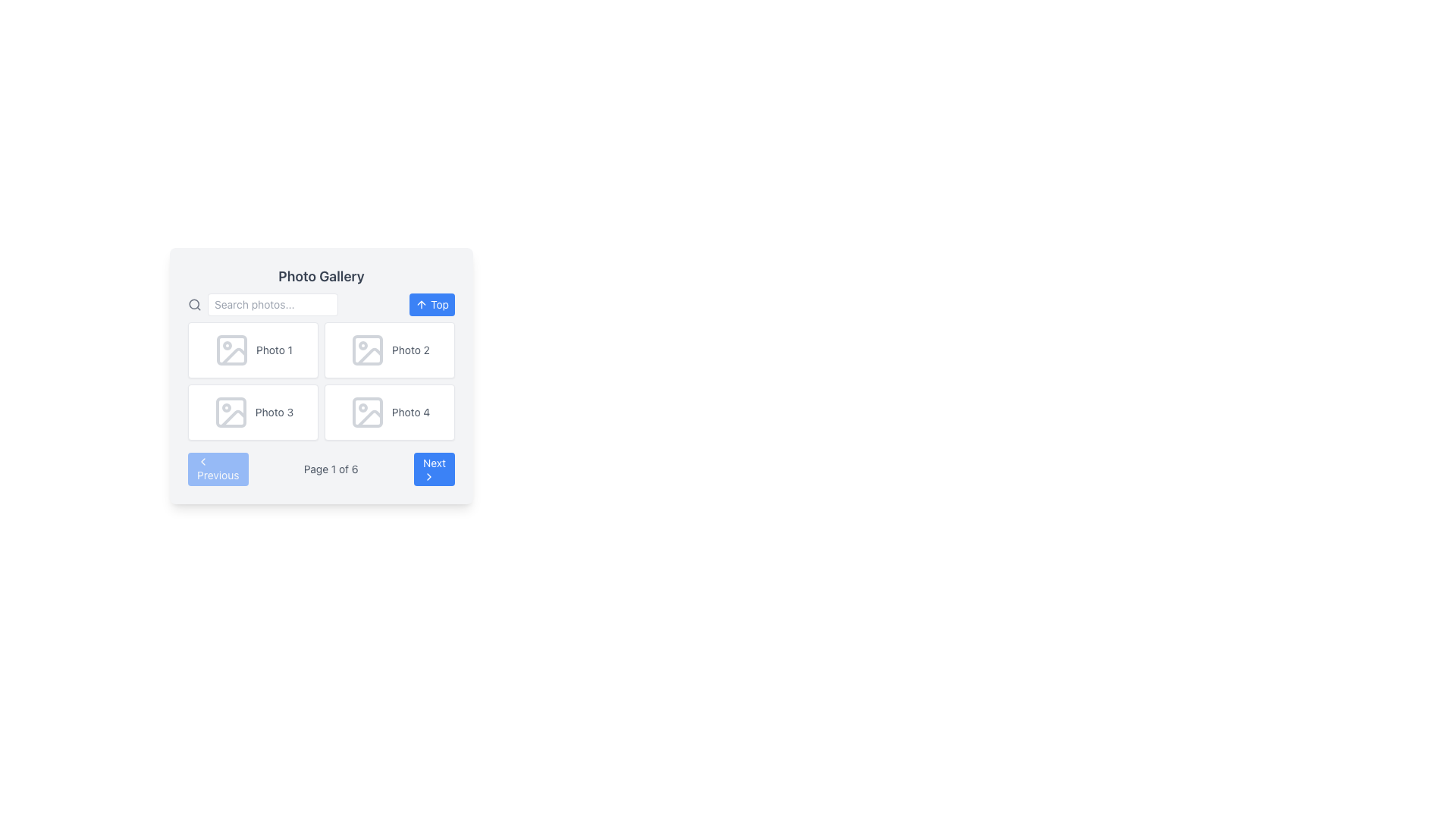 This screenshot has height=819, width=1456. What do you see at coordinates (389, 412) in the screenshot?
I see `the fourth card in the 'Photo Gallery' section, which contains a placeholder image icon next to the text 'Photo 4'` at bounding box center [389, 412].